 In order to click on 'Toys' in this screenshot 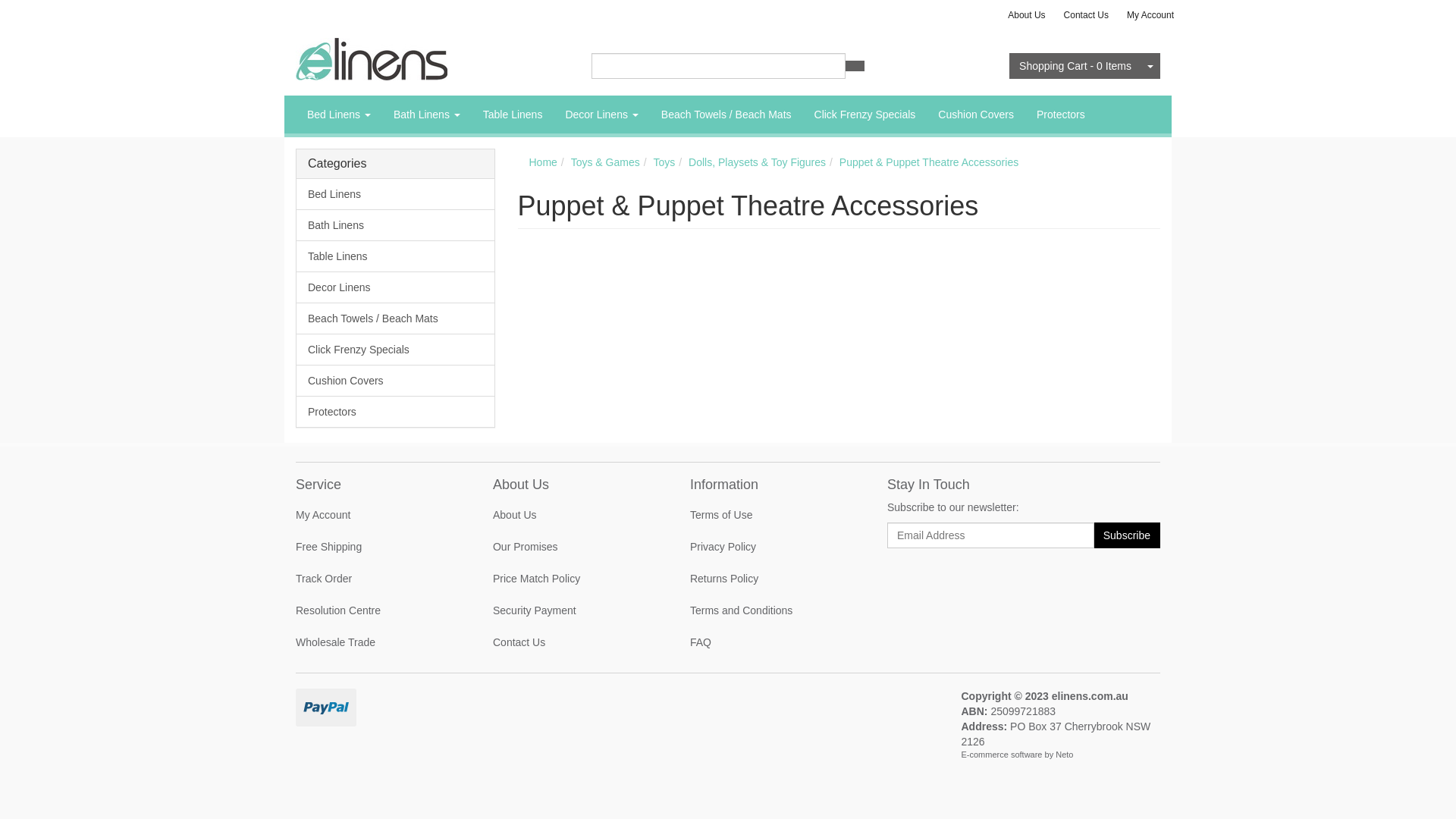, I will do `click(652, 162)`.